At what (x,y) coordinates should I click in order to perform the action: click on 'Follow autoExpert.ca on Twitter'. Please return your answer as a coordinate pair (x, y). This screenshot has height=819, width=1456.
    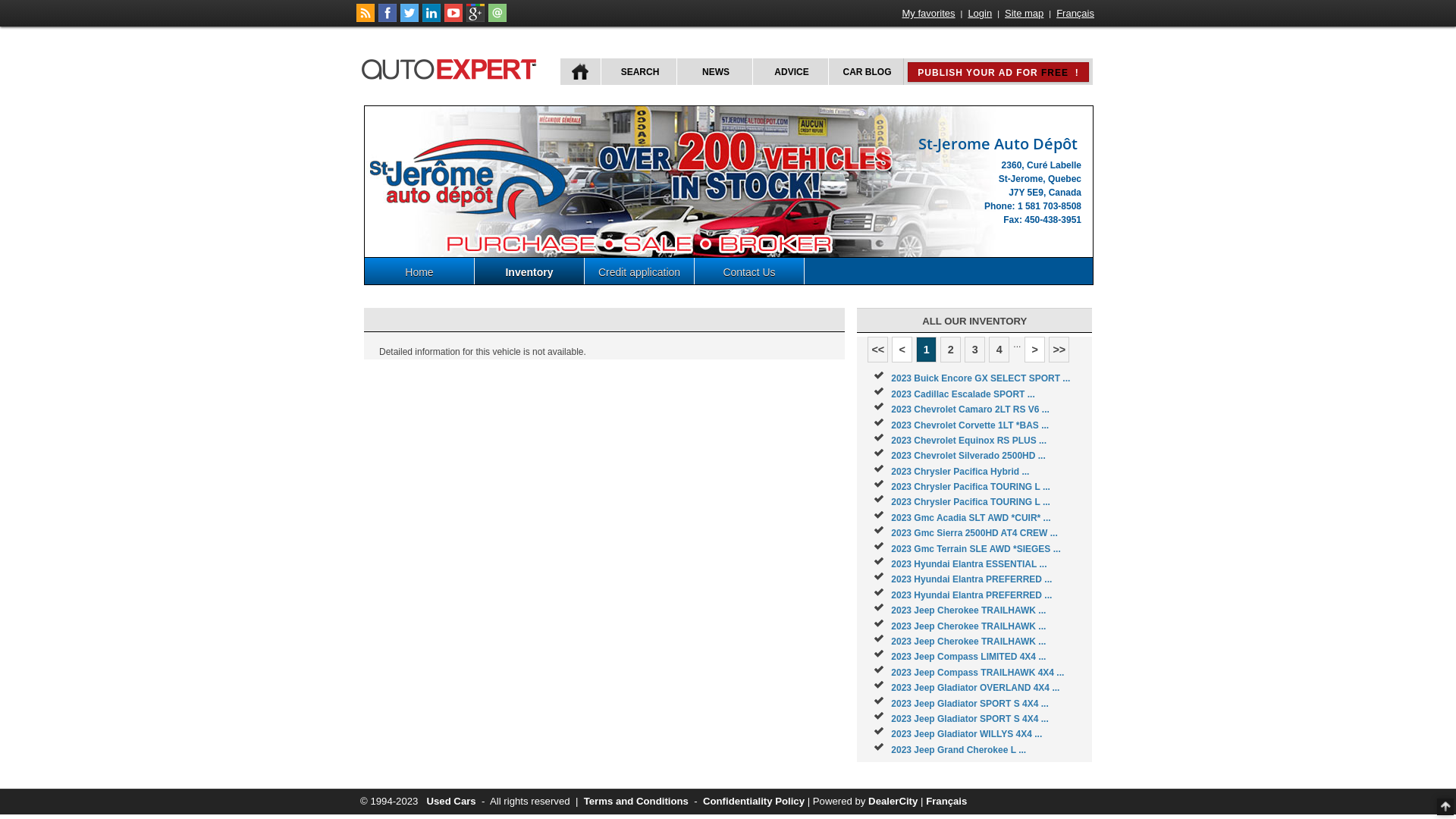
    Looking at the image, I should click on (409, 18).